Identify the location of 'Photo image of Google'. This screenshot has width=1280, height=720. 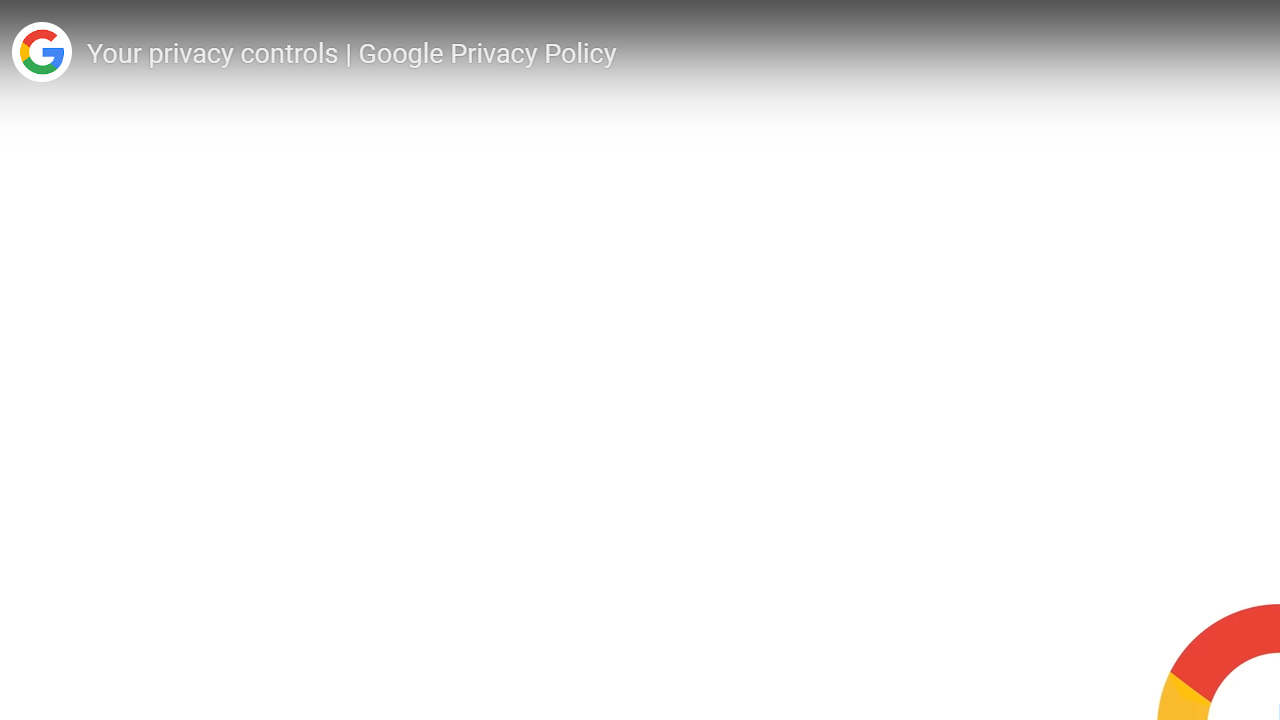
(41, 51).